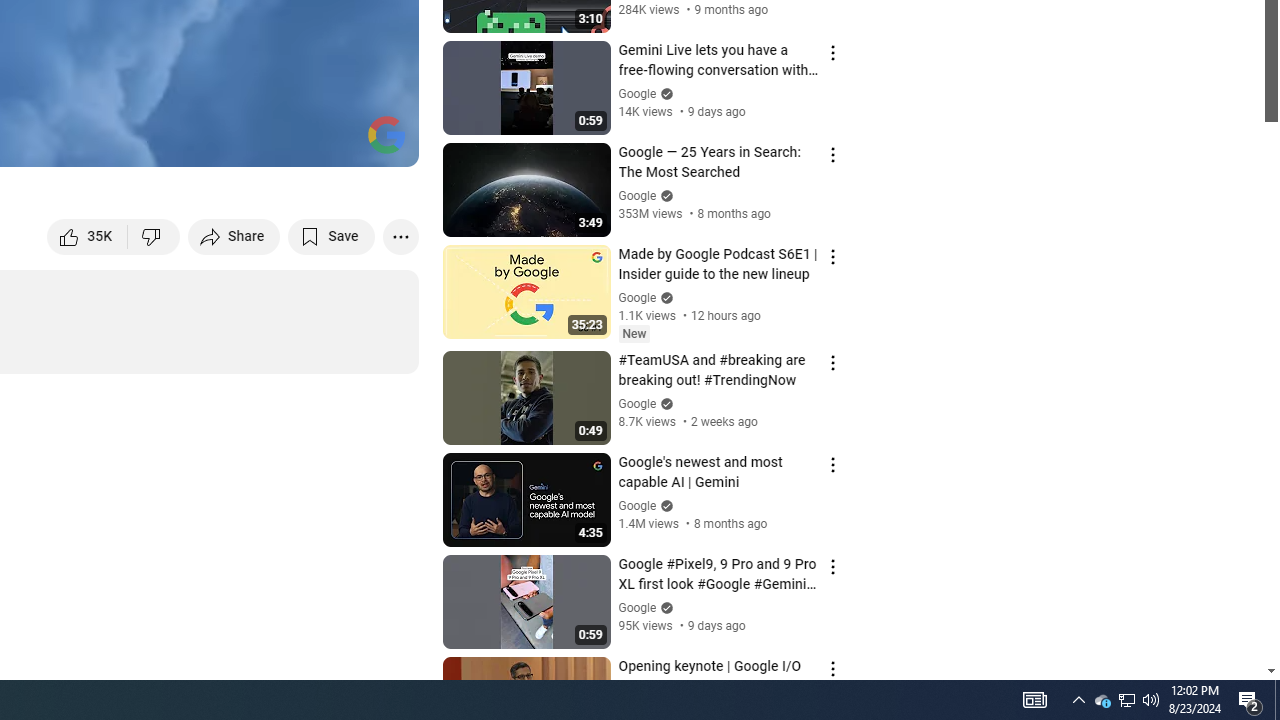  I want to click on 'Full screen (f)', so click(382, 141).